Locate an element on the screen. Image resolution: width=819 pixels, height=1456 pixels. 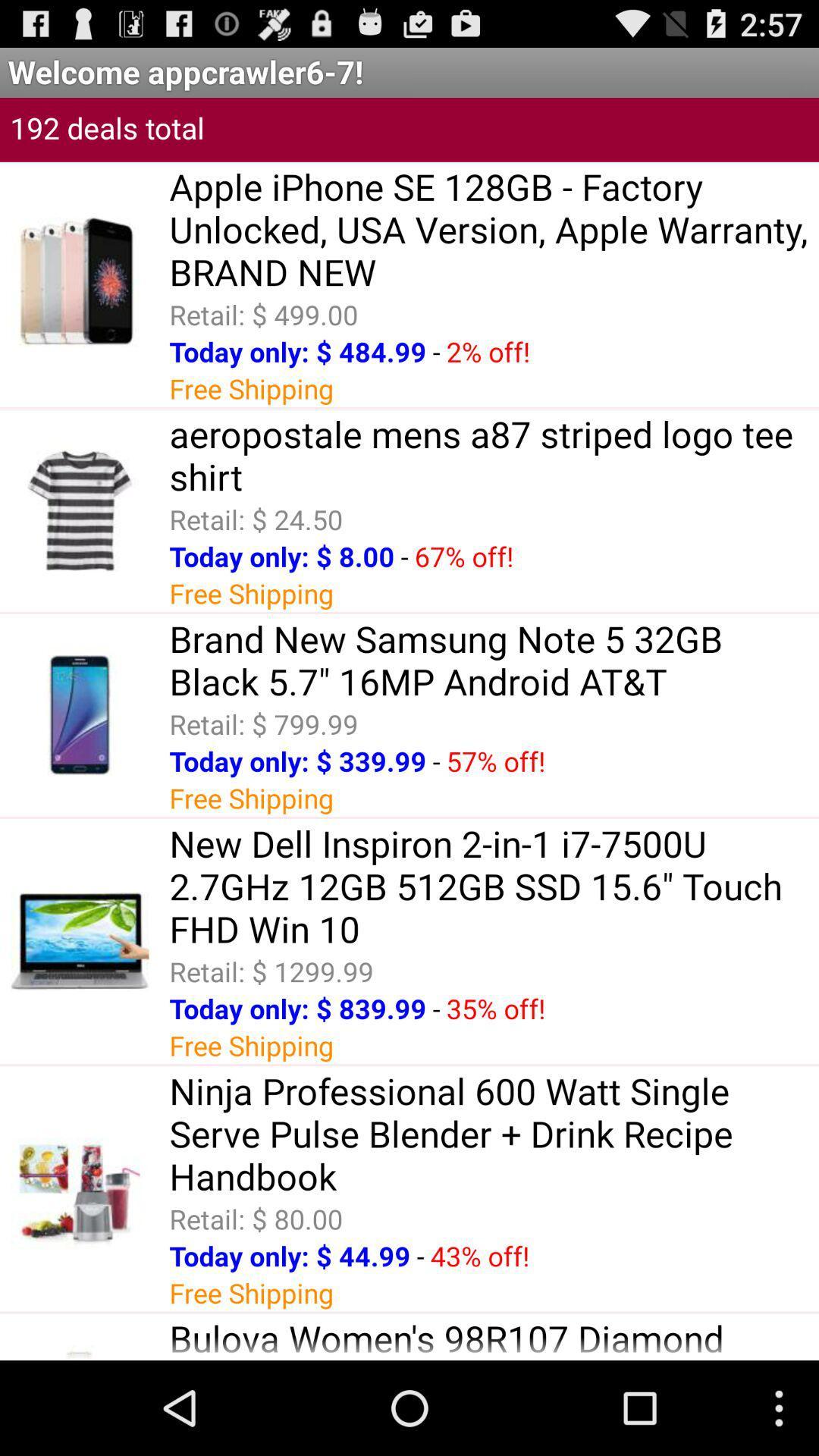
item next to today only 8 icon is located at coordinates (403, 555).